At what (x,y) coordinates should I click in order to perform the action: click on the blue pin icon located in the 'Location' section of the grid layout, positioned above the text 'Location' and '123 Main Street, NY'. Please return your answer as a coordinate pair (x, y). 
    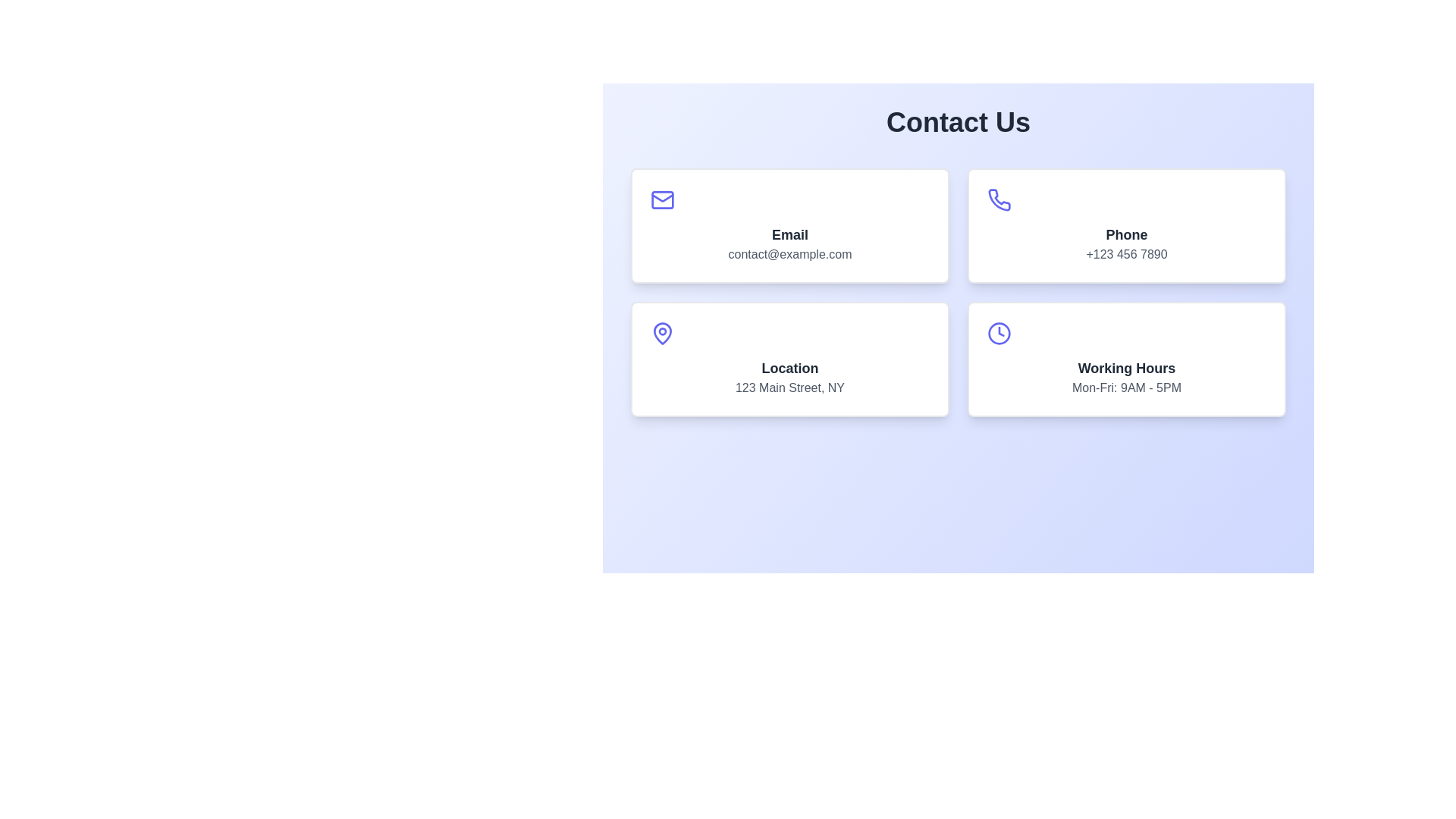
    Looking at the image, I should click on (662, 332).